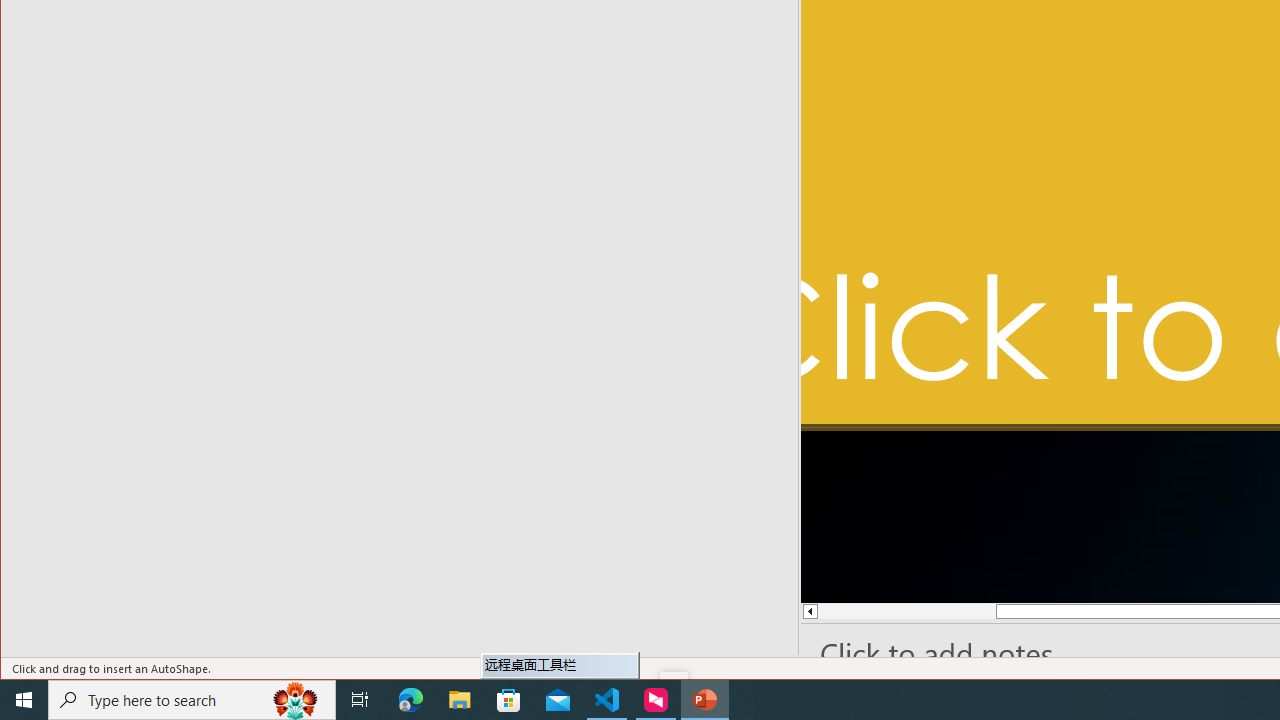 The height and width of the screenshot is (720, 1280). Describe the element at coordinates (24, 698) in the screenshot. I see `'Start'` at that location.